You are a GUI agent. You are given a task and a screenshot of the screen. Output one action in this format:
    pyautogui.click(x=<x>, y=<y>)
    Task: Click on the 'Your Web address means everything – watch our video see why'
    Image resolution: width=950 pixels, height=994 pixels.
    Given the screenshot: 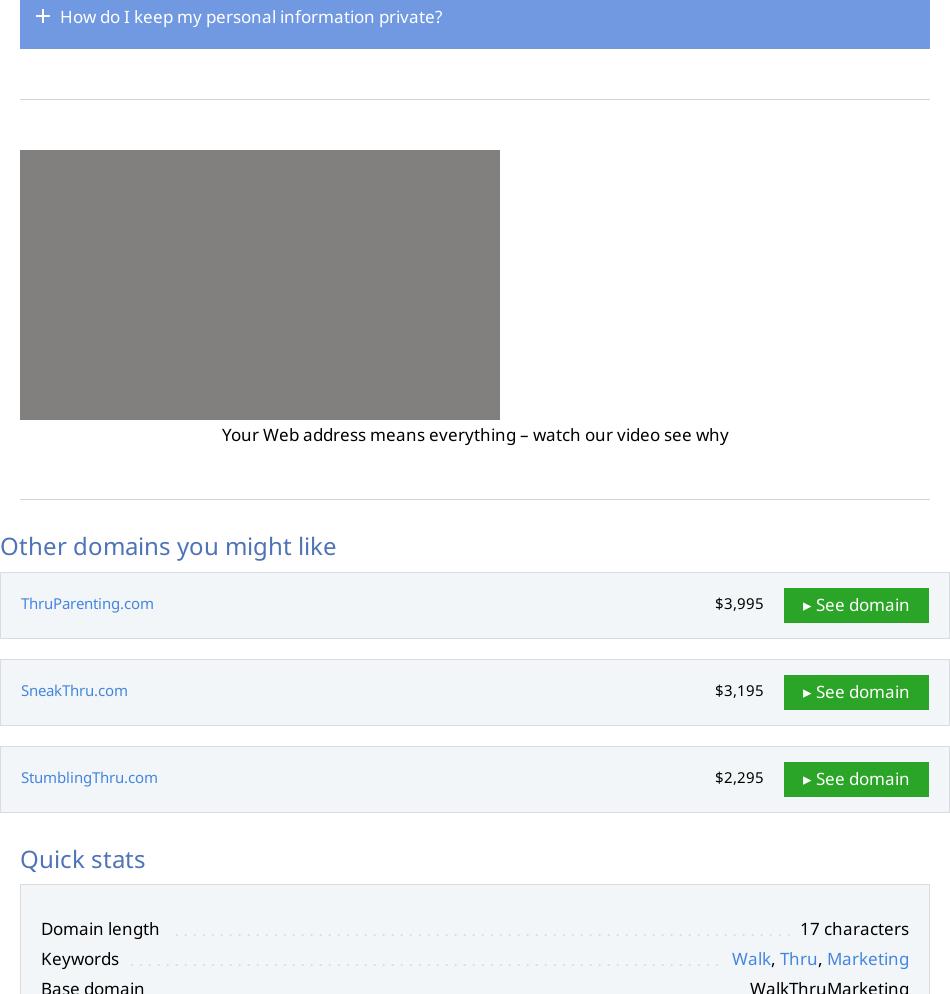 What is the action you would take?
    pyautogui.click(x=473, y=433)
    